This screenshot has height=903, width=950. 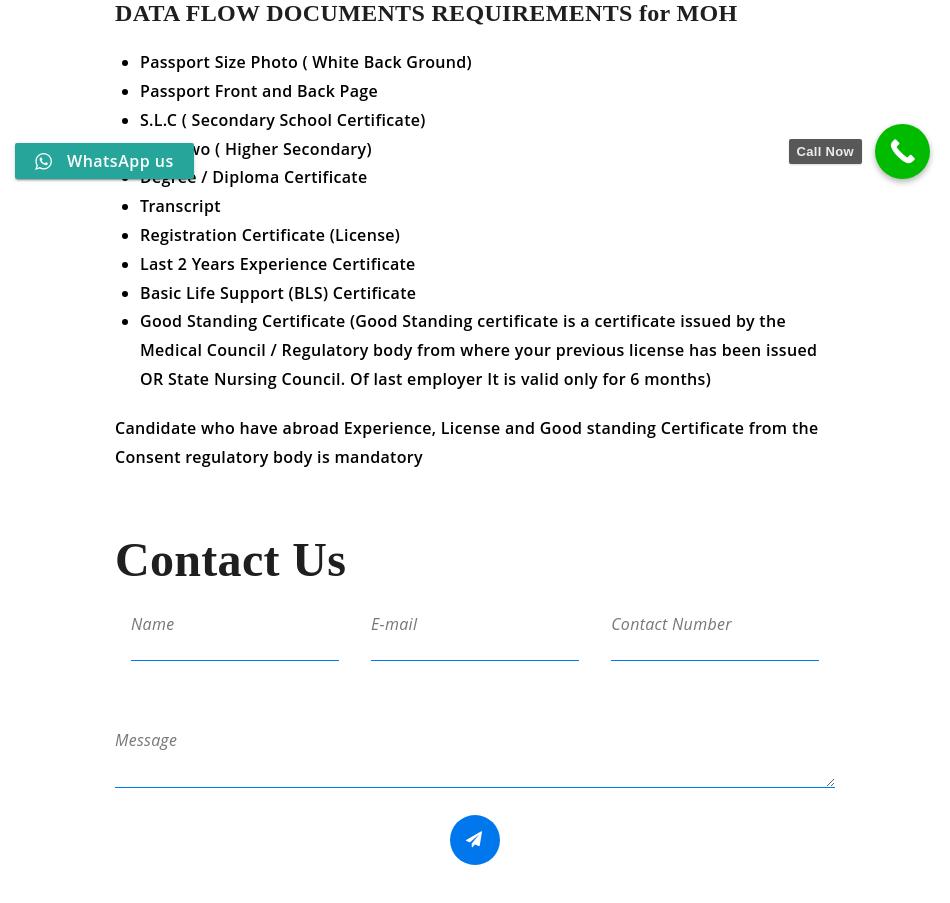 I want to click on 'Registration Certificate (License)', so click(x=268, y=247).